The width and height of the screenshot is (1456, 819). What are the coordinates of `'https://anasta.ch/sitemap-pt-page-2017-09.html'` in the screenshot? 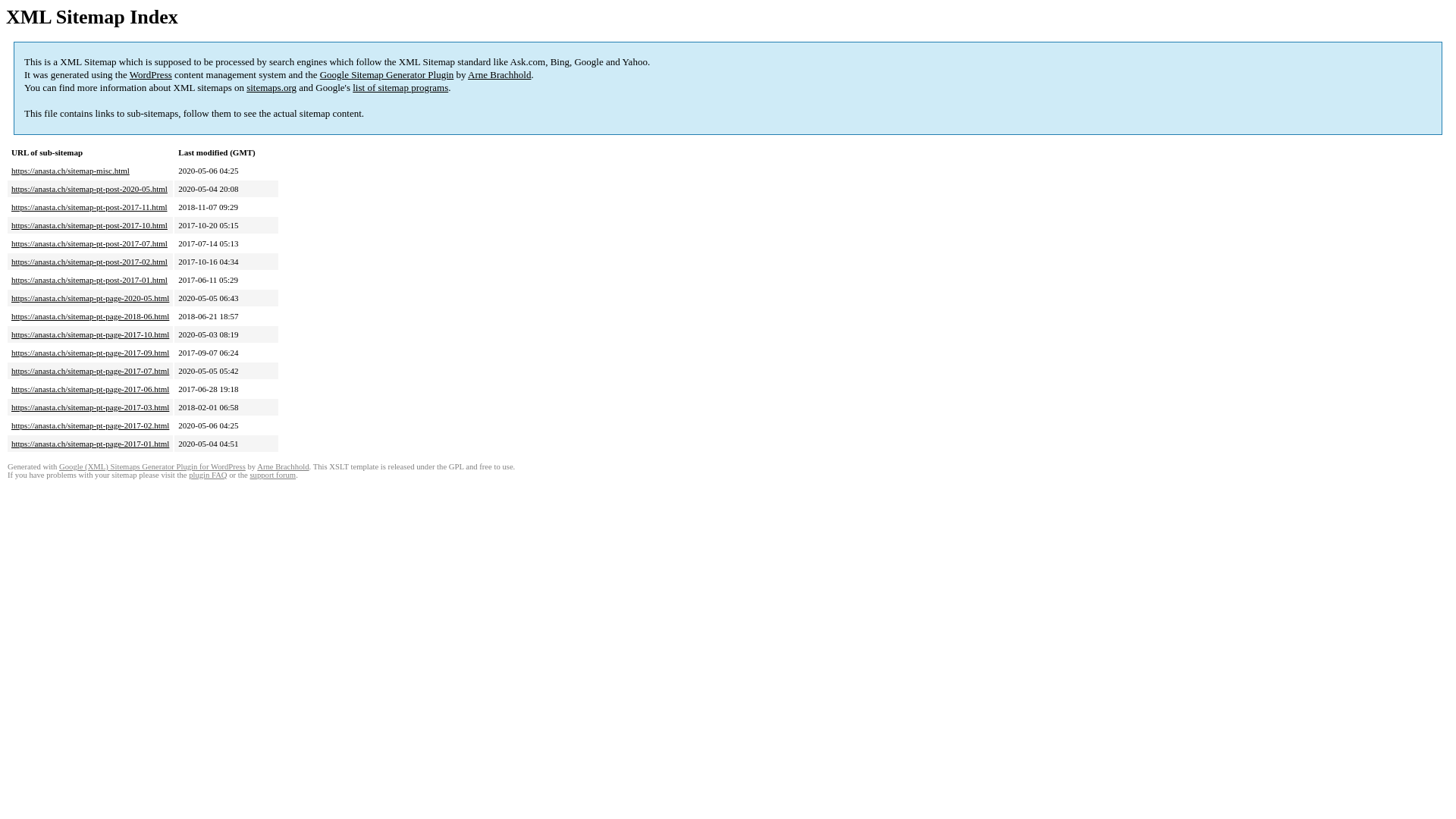 It's located at (11, 353).